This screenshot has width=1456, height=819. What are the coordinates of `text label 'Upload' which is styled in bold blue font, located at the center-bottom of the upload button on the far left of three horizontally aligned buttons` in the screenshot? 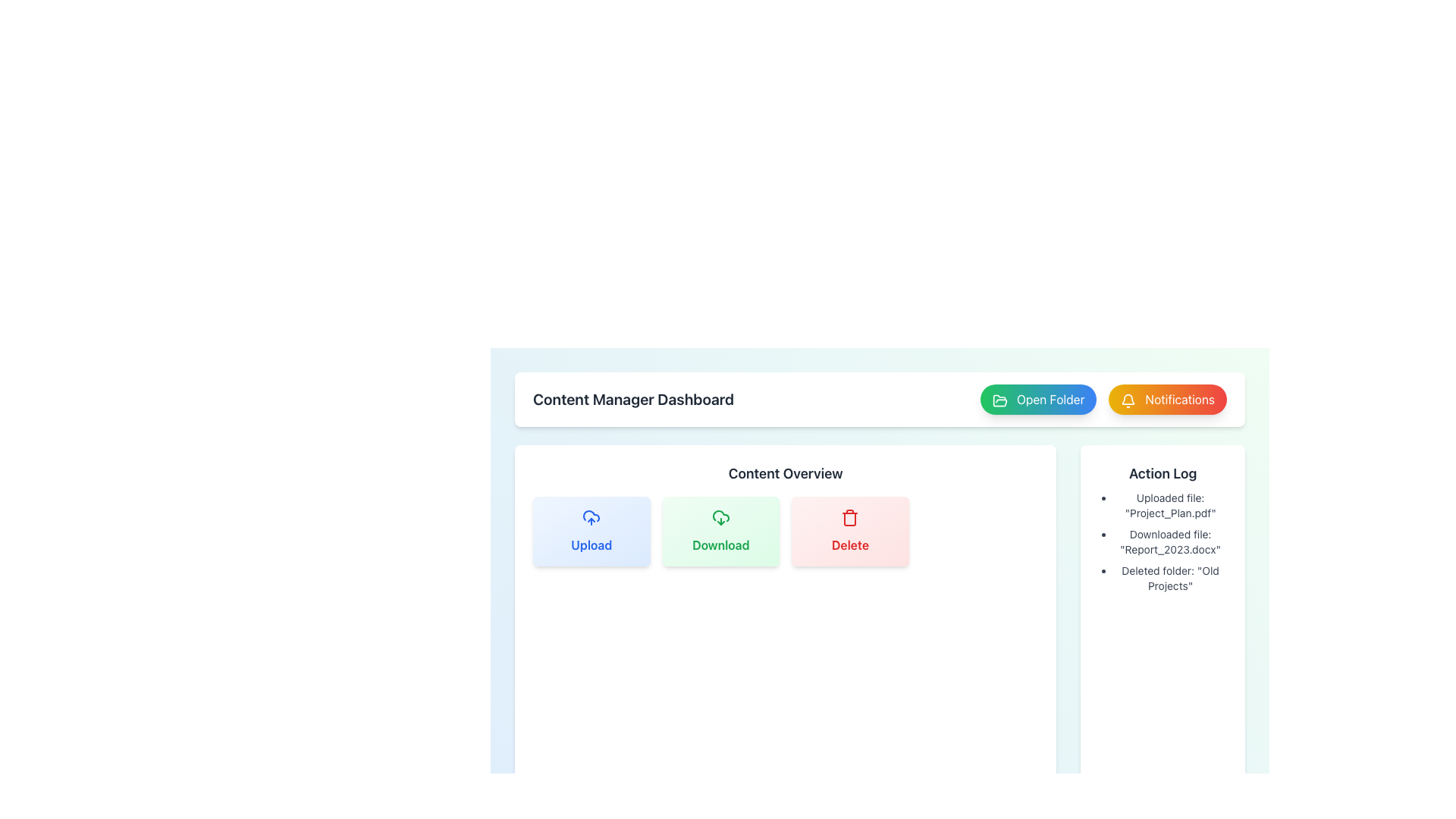 It's located at (591, 544).